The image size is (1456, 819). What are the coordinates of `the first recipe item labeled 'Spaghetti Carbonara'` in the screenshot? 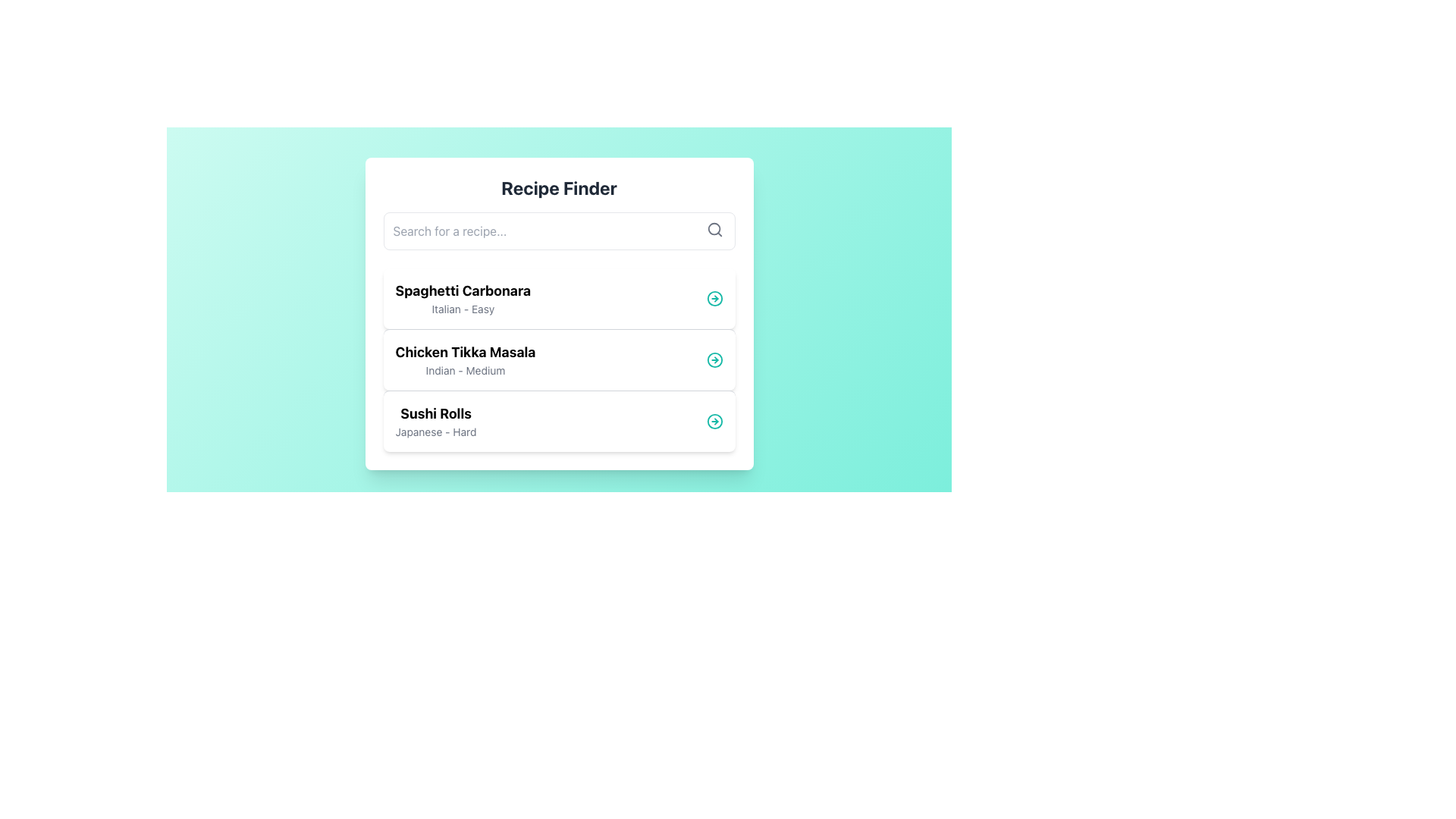 It's located at (558, 298).